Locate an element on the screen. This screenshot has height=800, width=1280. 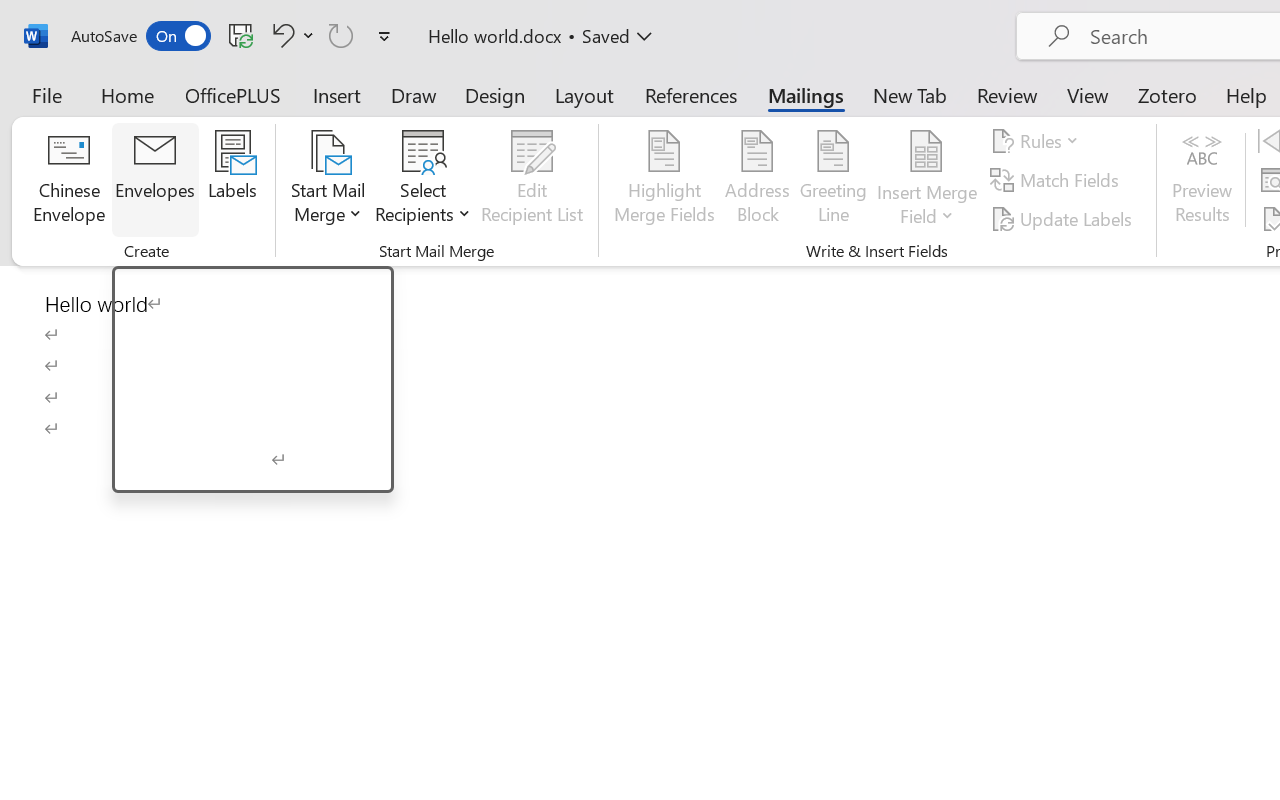
'OfficePLUS' is located at coordinates (233, 94).